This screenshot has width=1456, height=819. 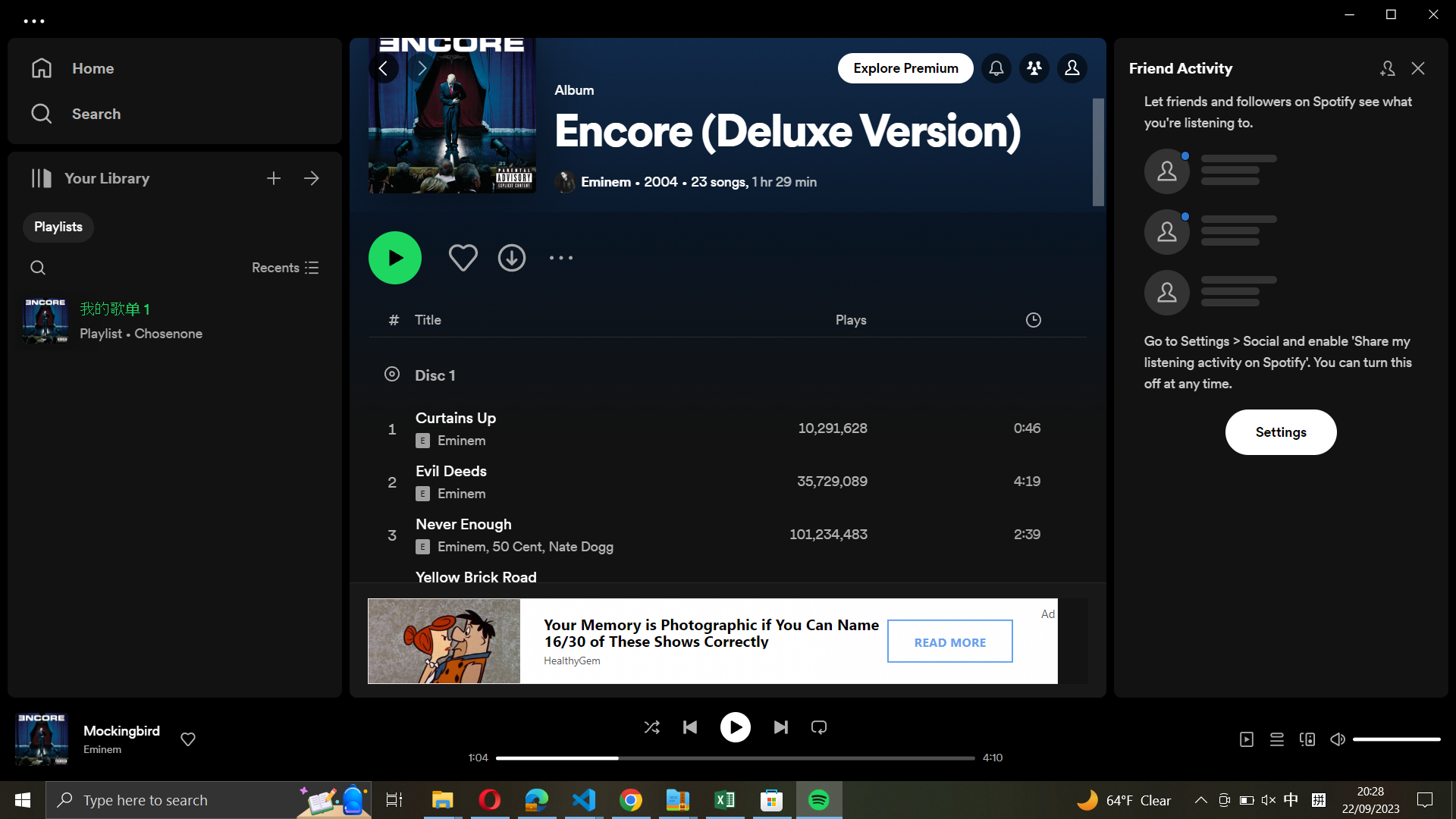 I want to click on Begin the track "Evil Deeds, so click(x=726, y=483).